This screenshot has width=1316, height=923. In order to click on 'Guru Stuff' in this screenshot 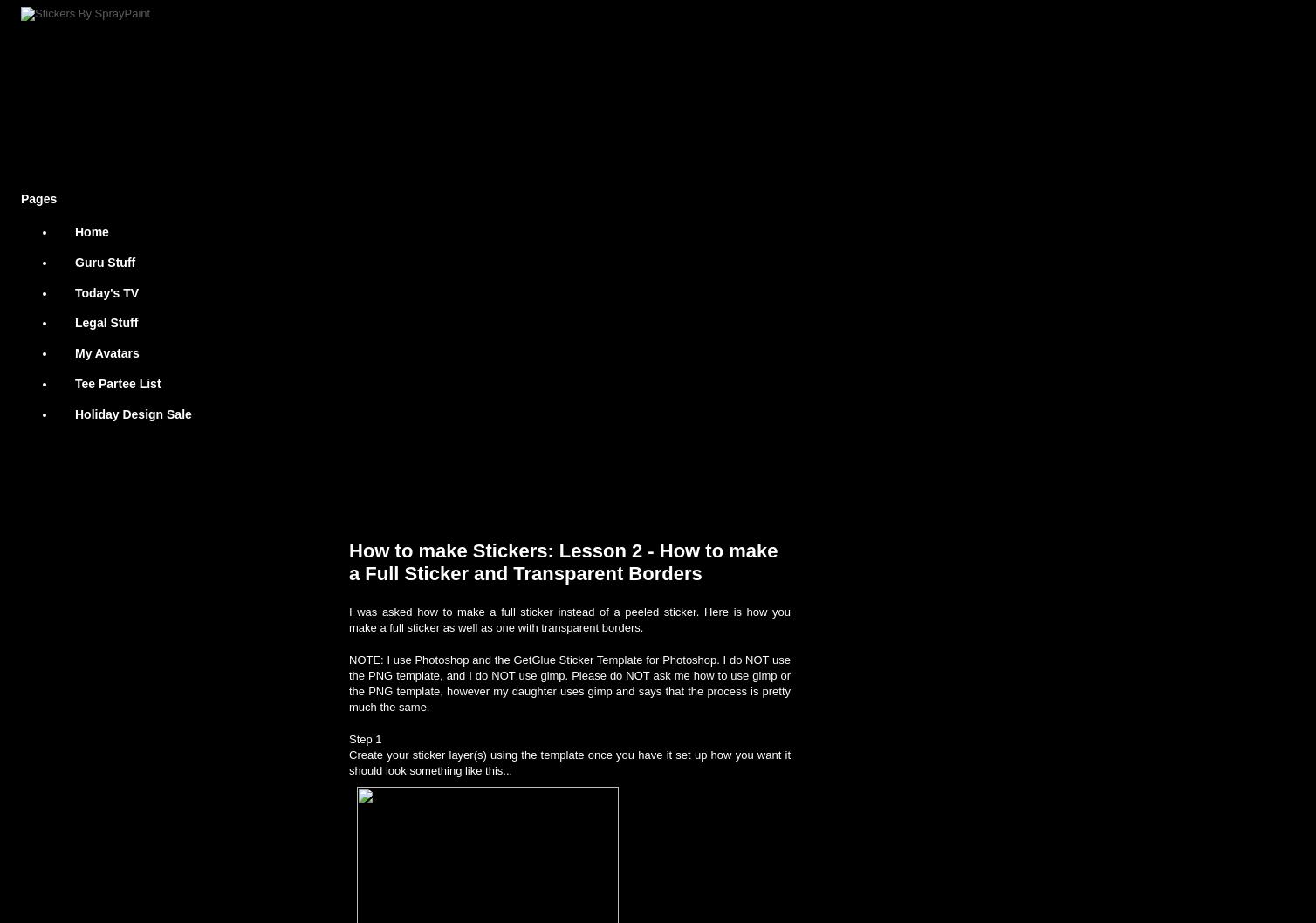, I will do `click(105, 261)`.